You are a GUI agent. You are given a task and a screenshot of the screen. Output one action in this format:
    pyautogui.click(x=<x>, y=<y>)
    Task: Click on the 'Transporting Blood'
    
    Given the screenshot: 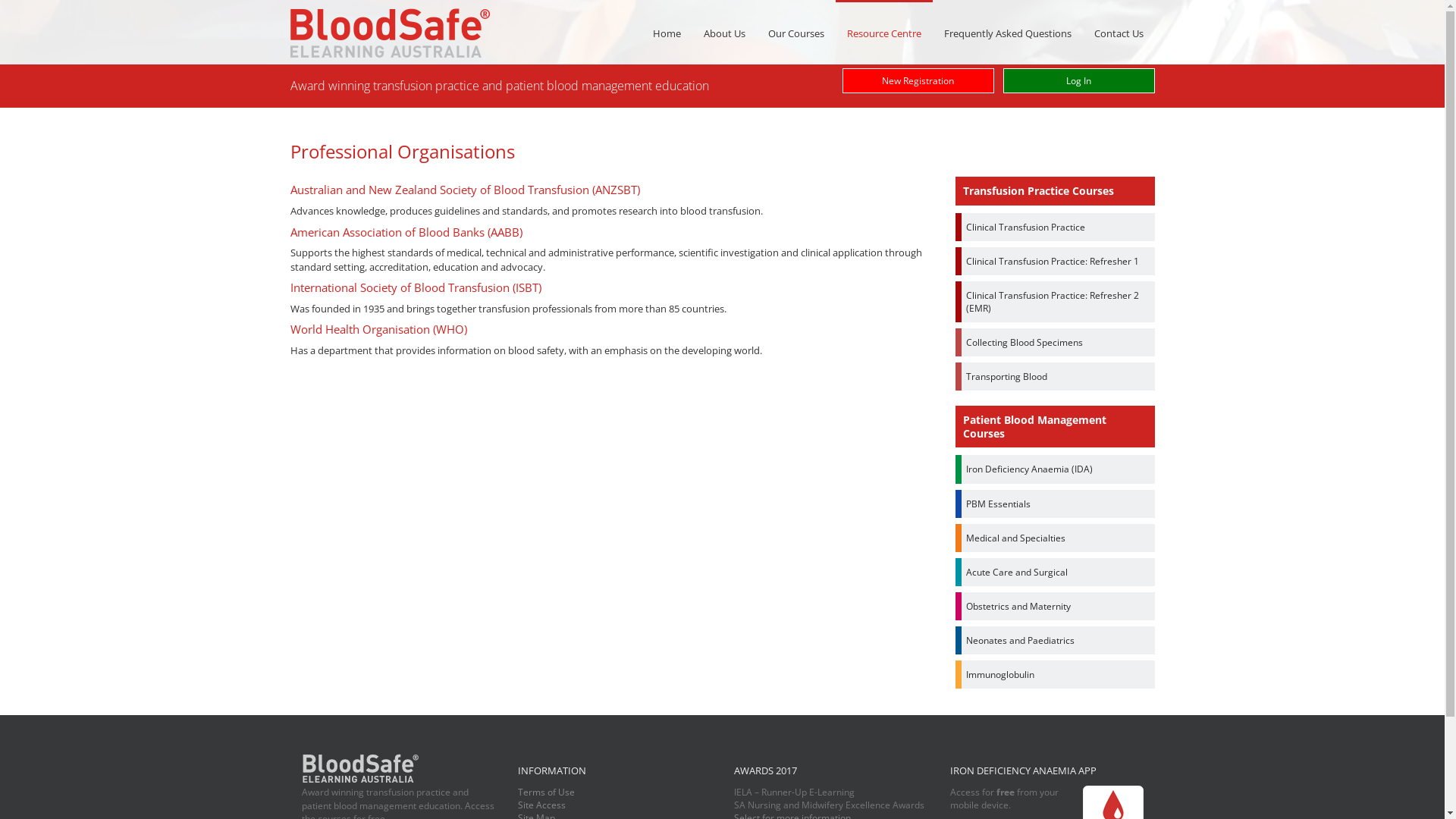 What is the action you would take?
    pyautogui.click(x=1054, y=375)
    